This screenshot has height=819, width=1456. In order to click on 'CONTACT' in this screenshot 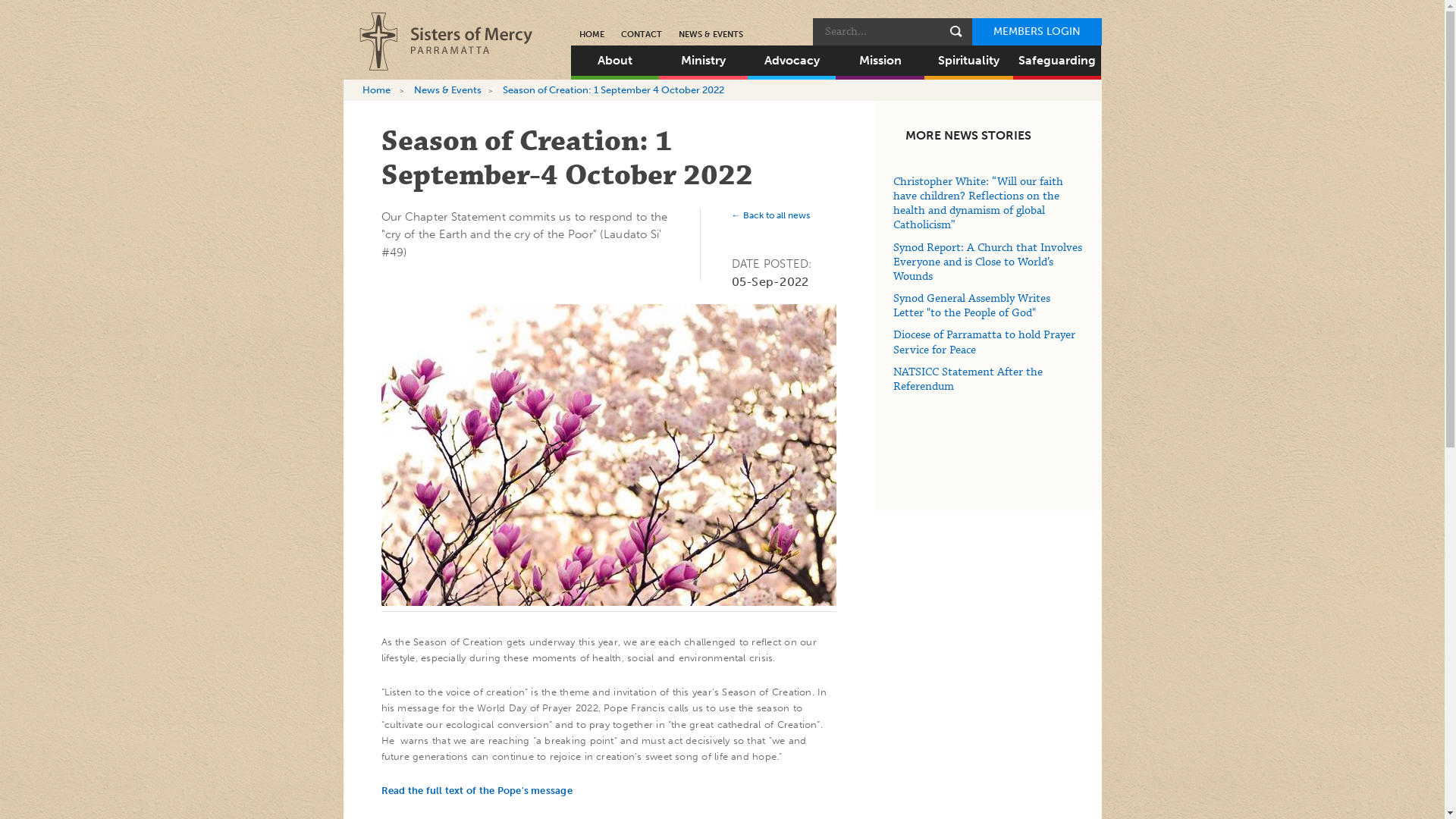, I will do `click(641, 34)`.